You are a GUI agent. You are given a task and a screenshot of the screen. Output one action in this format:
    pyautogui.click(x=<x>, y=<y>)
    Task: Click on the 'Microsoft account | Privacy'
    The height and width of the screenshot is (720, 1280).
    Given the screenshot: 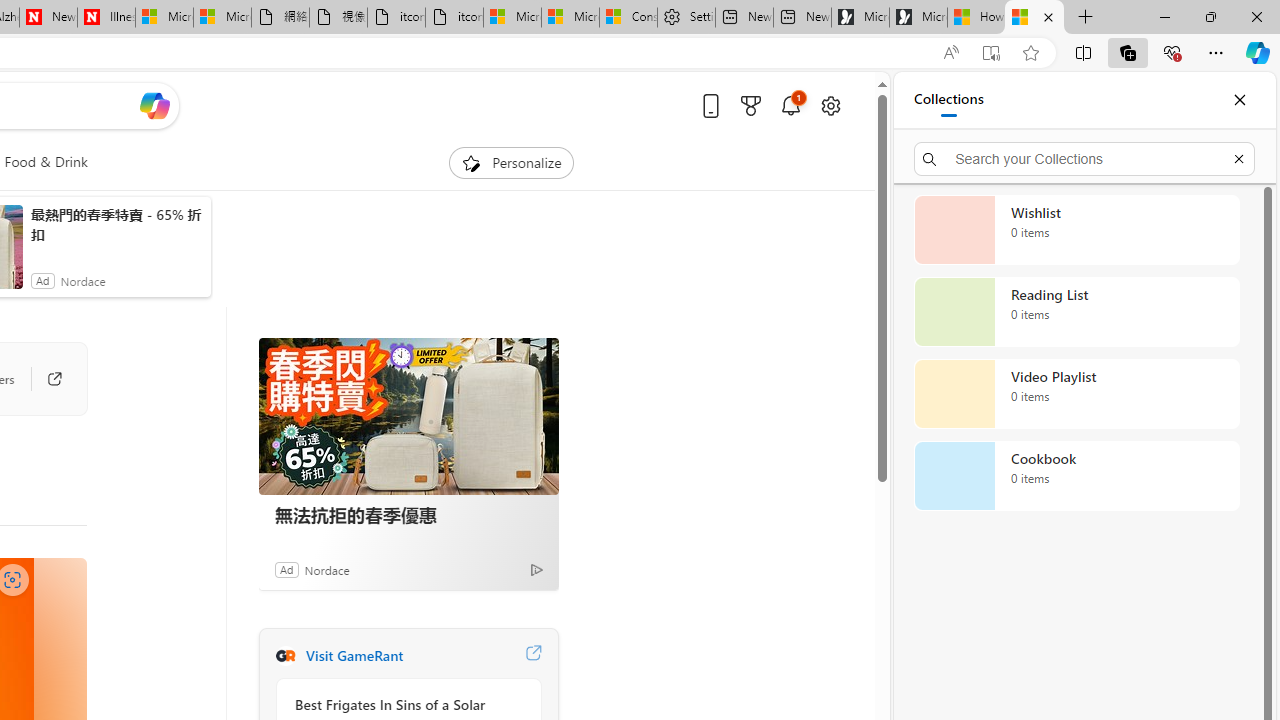 What is the action you would take?
    pyautogui.click(x=569, y=17)
    